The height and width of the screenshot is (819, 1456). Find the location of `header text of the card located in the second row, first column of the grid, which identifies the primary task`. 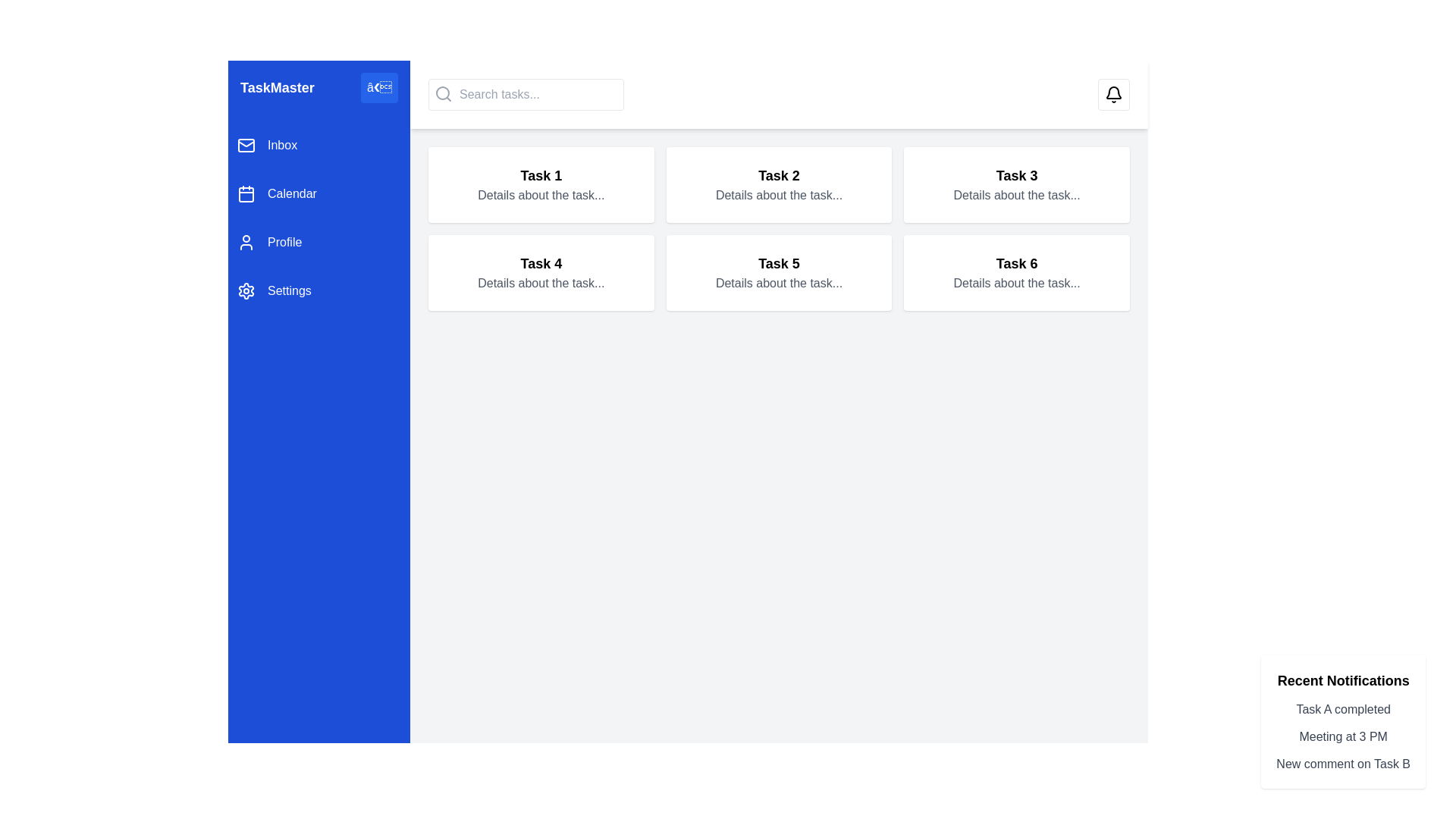

header text of the card located in the second row, first column of the grid, which identifies the primary task is located at coordinates (541, 262).